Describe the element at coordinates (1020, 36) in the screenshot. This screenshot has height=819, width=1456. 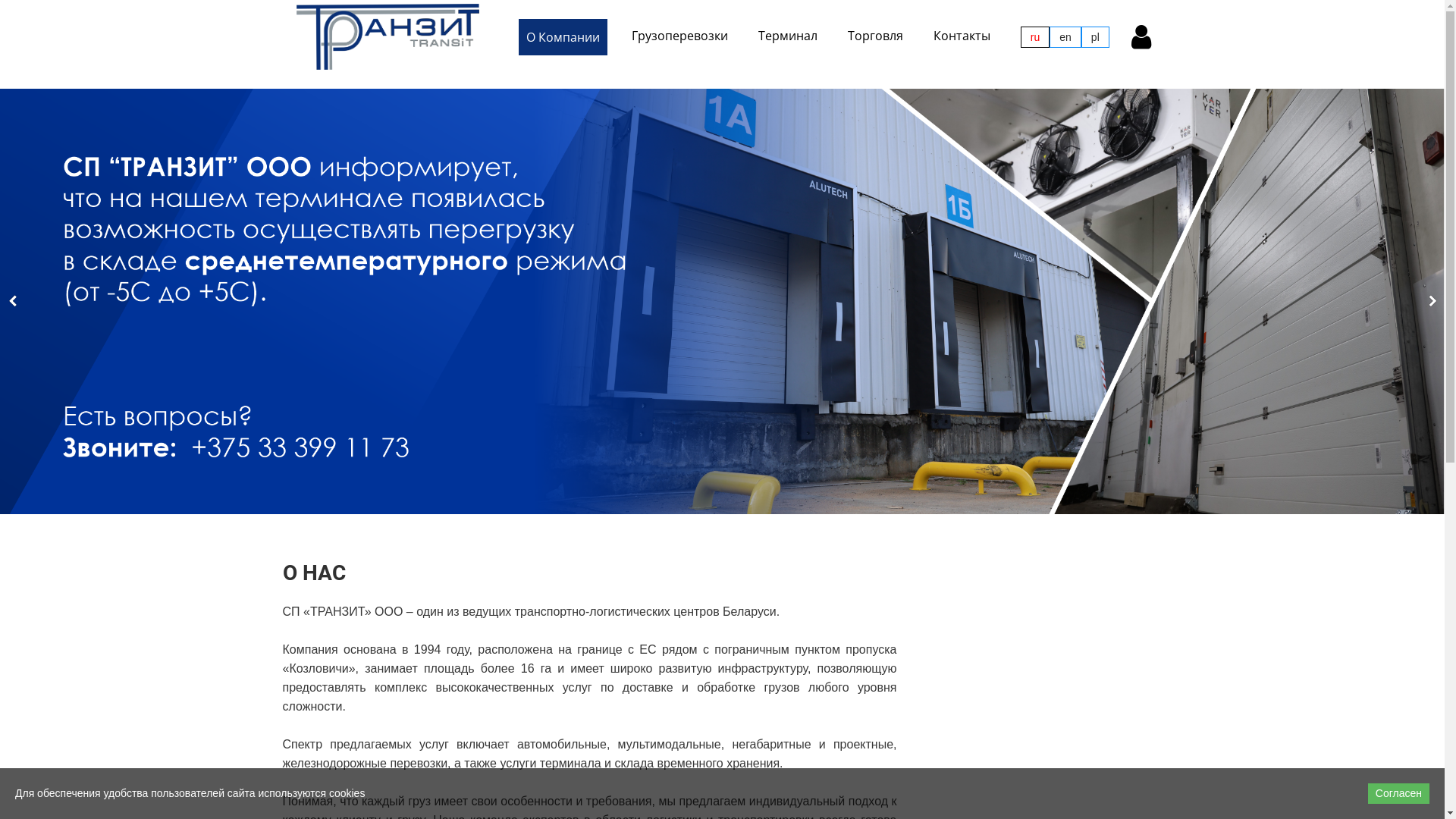
I see `'ru'` at that location.